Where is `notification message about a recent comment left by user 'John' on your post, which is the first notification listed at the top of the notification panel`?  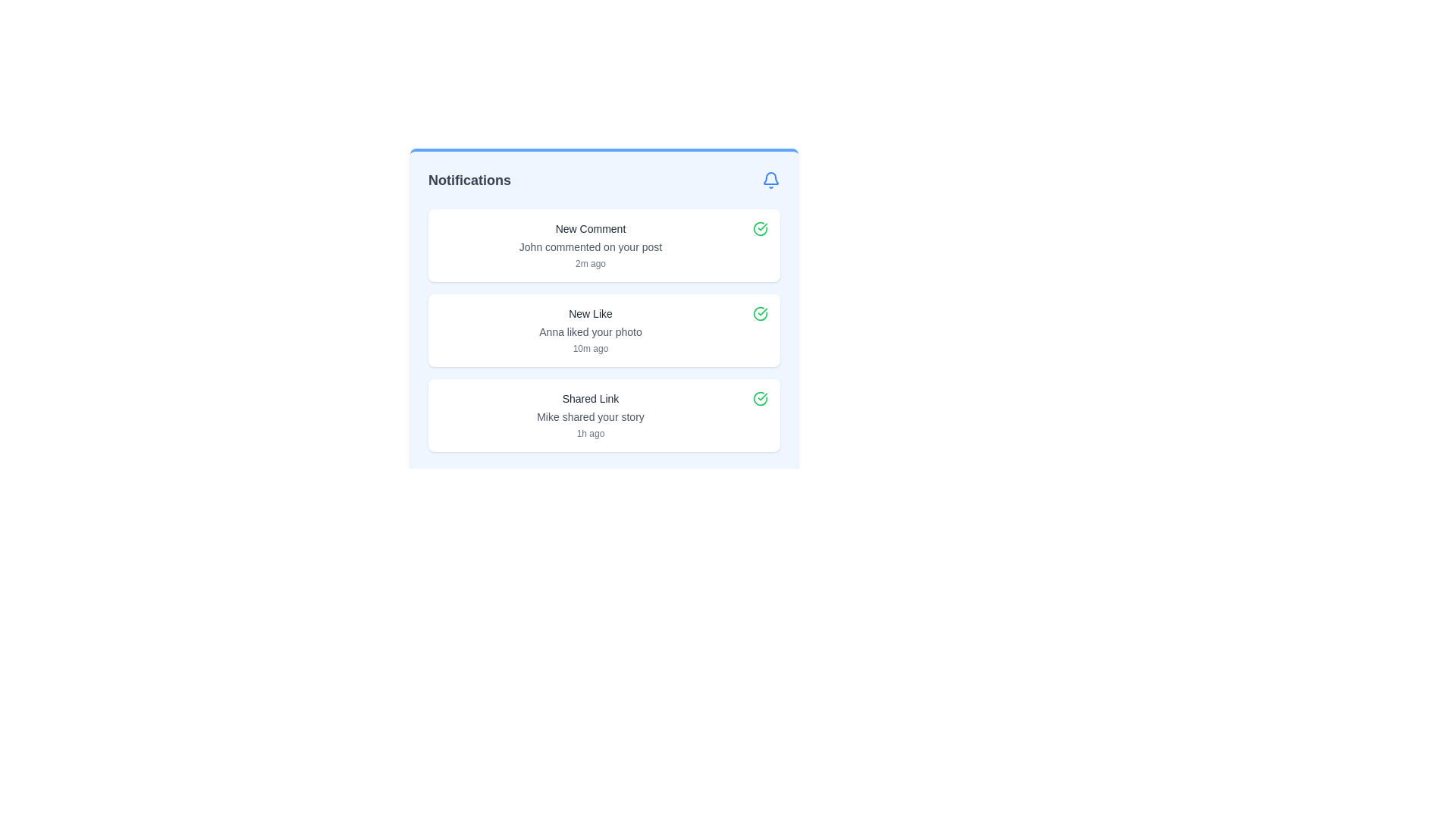
notification message about a recent comment left by user 'John' on your post, which is the first notification listed at the top of the notification panel is located at coordinates (589, 245).